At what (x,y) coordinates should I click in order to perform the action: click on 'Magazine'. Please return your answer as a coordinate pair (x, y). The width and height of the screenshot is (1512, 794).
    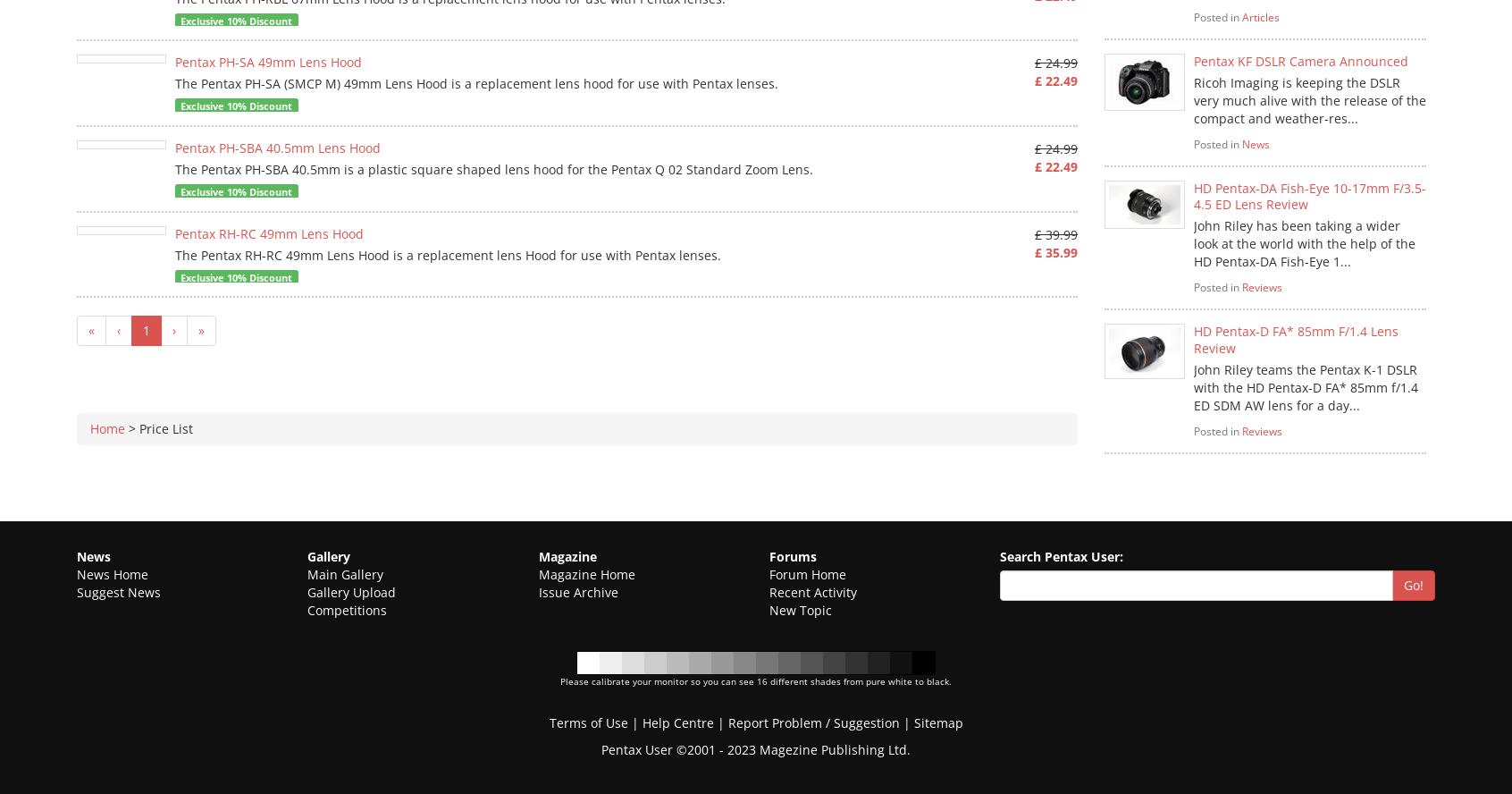
    Looking at the image, I should click on (566, 554).